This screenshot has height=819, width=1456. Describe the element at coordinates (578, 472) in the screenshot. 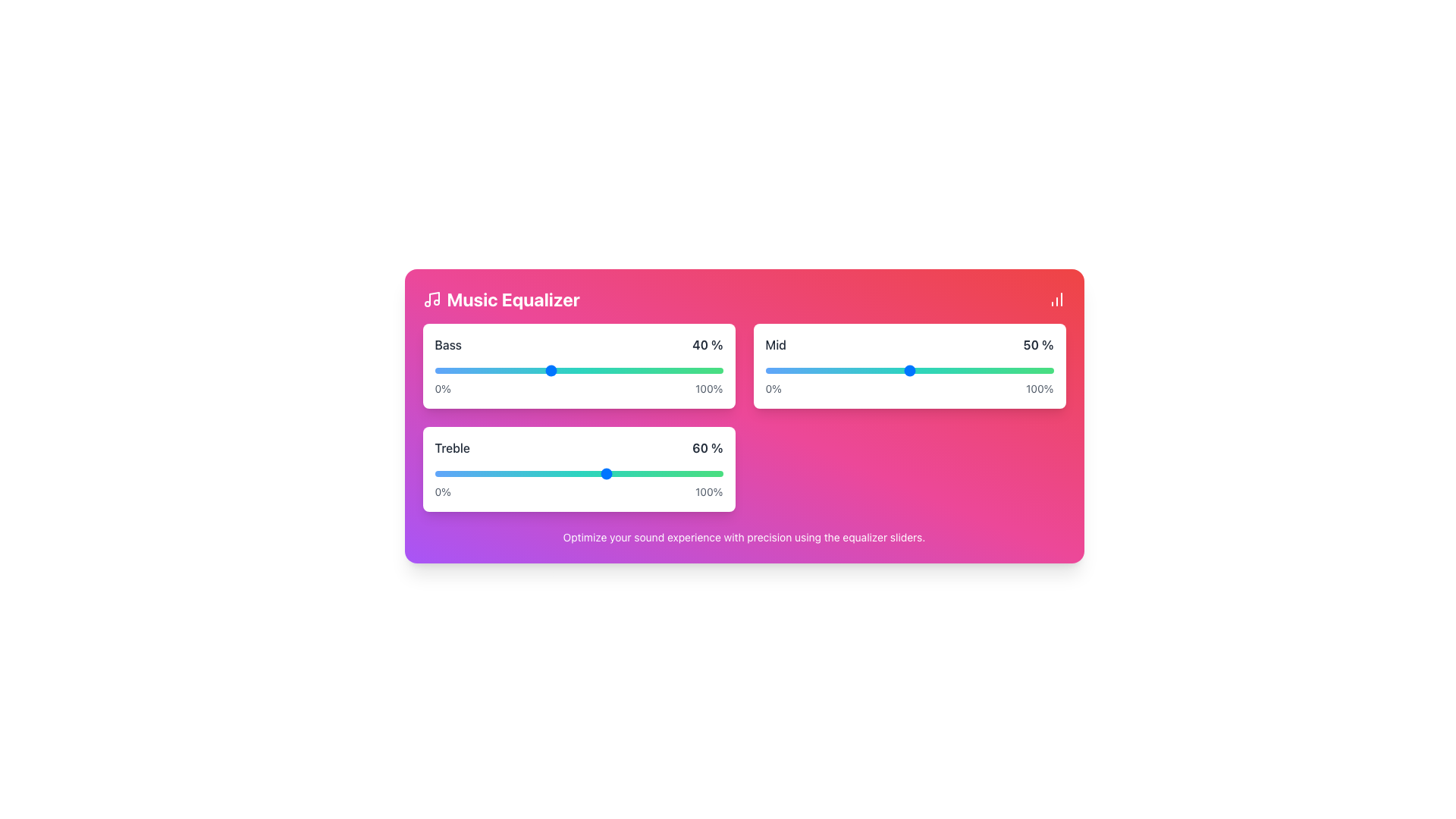

I see `the horizontal slider bar in the 'Treble' section to reposition the handle from its current position at '60%'` at that location.